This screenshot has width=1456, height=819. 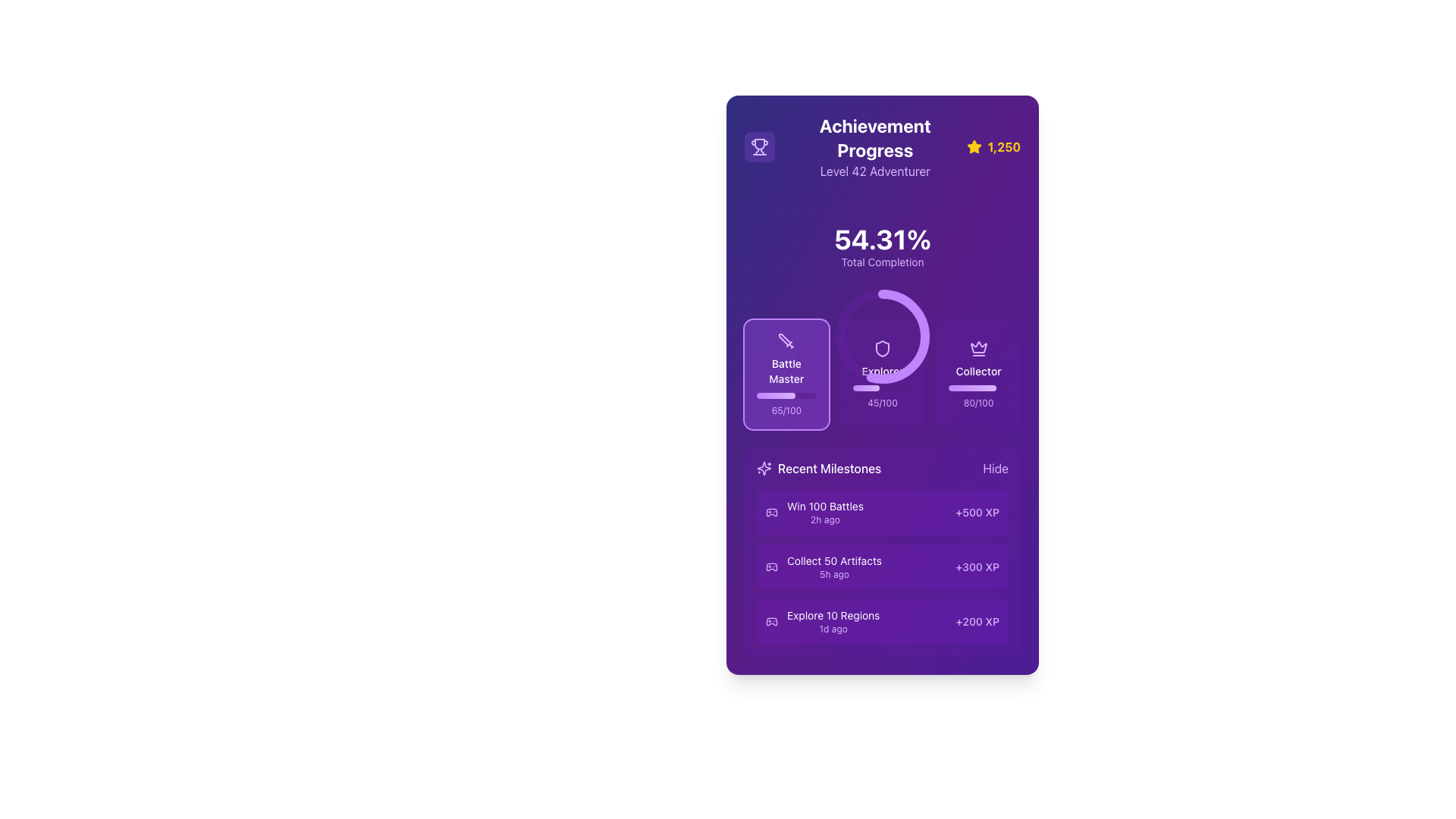 What do you see at coordinates (771, 512) in the screenshot?
I see `the small purple-colored gamepad icon located next to the text 'Win 100 Battles' in the 'Recent Milestones' section` at bounding box center [771, 512].